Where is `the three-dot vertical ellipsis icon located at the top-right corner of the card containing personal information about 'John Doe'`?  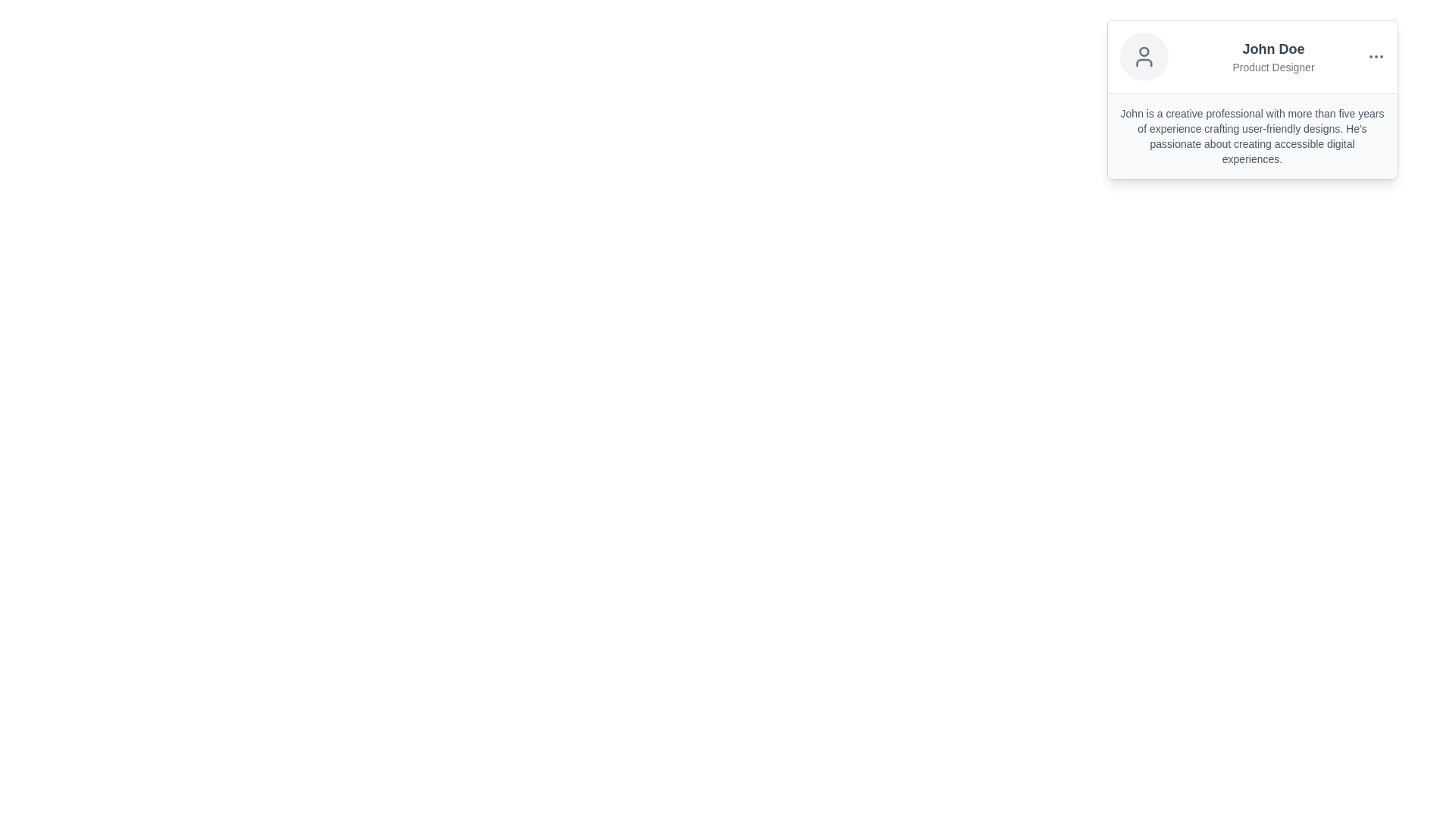 the three-dot vertical ellipsis icon located at the top-right corner of the card containing personal information about 'John Doe' is located at coordinates (1376, 55).